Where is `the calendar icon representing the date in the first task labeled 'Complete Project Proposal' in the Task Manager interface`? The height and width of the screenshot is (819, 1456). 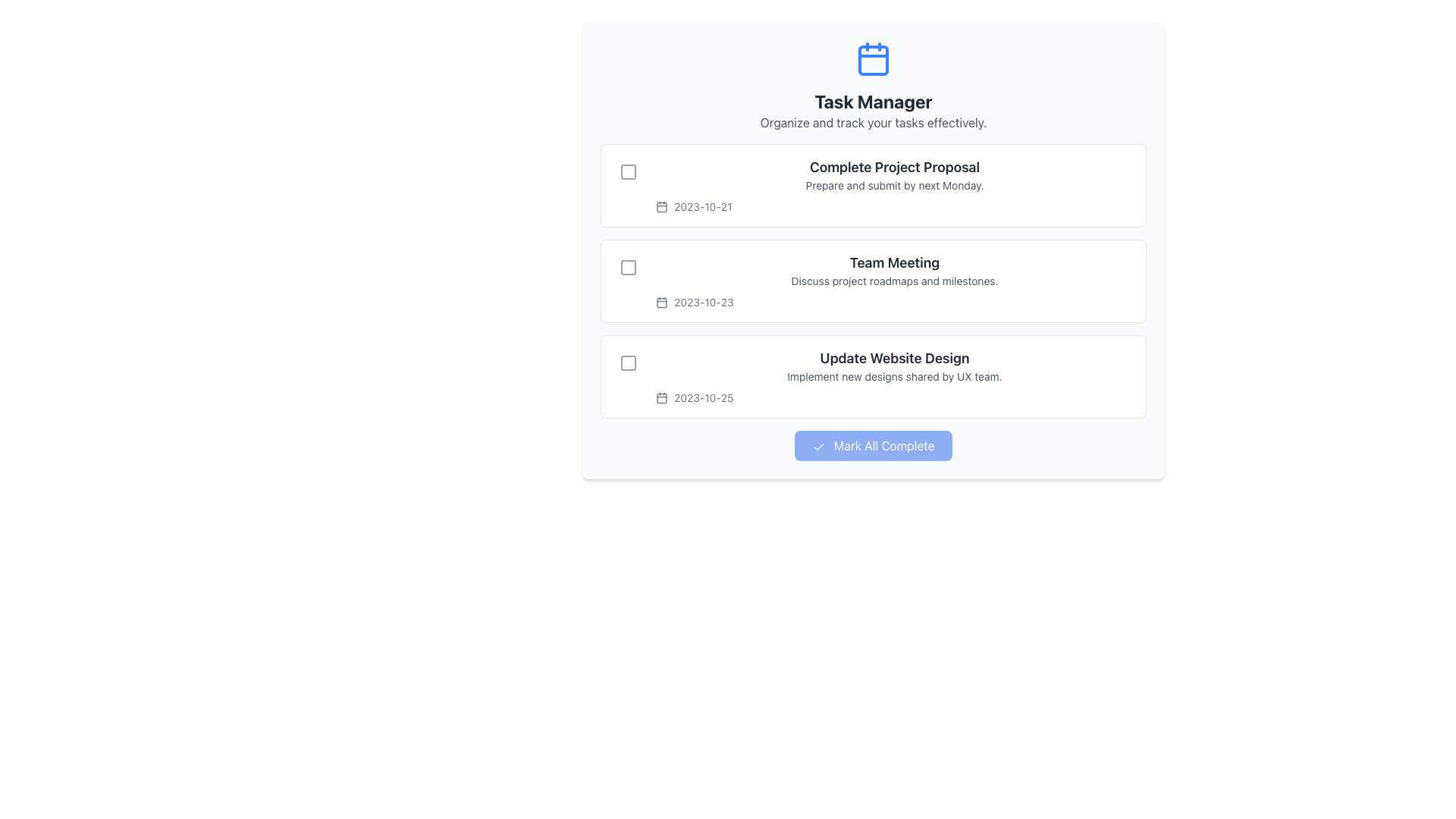
the calendar icon representing the date in the first task labeled 'Complete Project Proposal' in the Task Manager interface is located at coordinates (662, 207).